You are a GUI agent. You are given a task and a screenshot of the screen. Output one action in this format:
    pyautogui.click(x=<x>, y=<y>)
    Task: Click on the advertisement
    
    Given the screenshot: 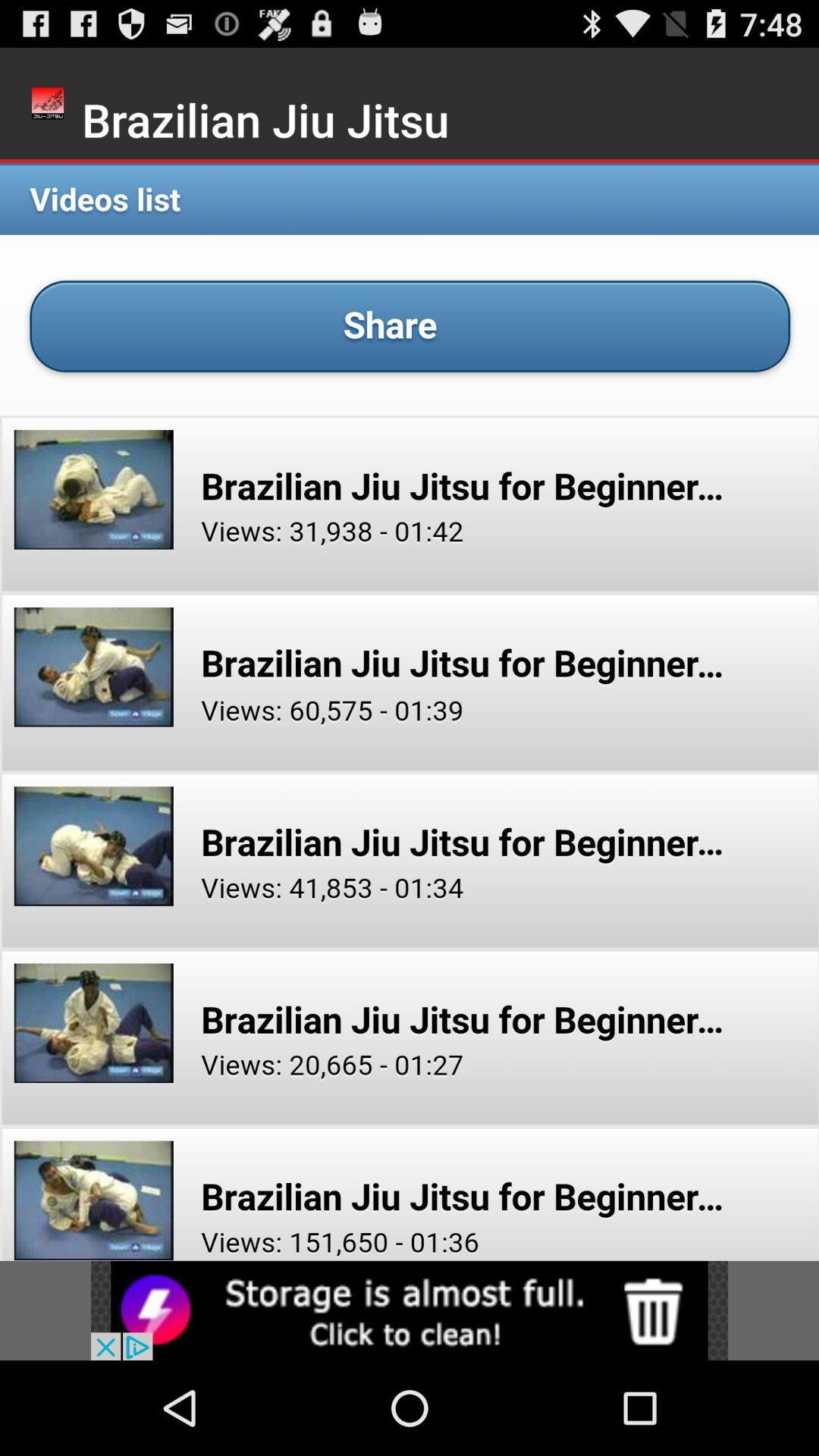 What is the action you would take?
    pyautogui.click(x=409, y=1310)
    